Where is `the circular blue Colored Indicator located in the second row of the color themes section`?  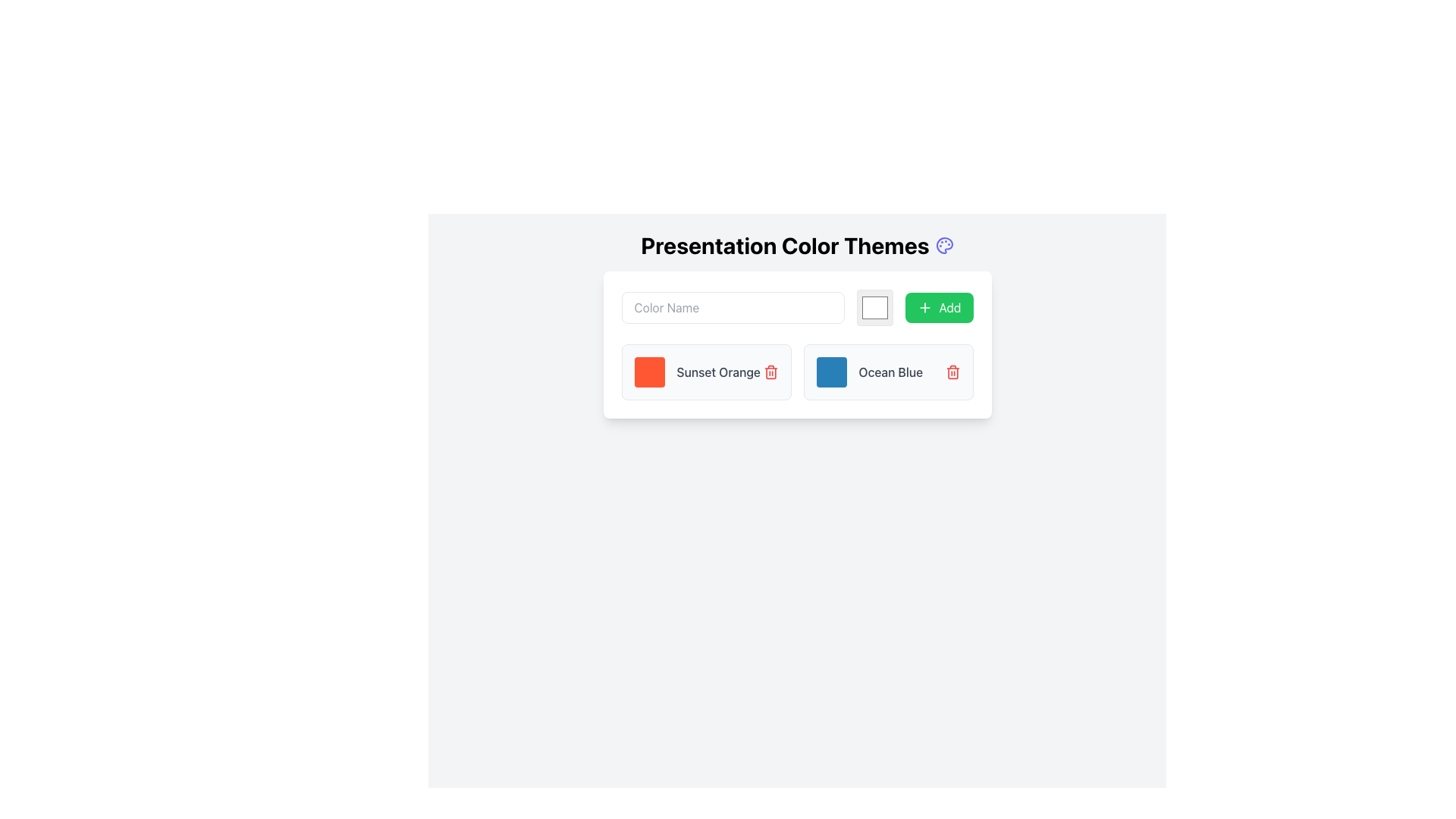 the circular blue Colored Indicator located in the second row of the color themes section is located at coordinates (830, 372).